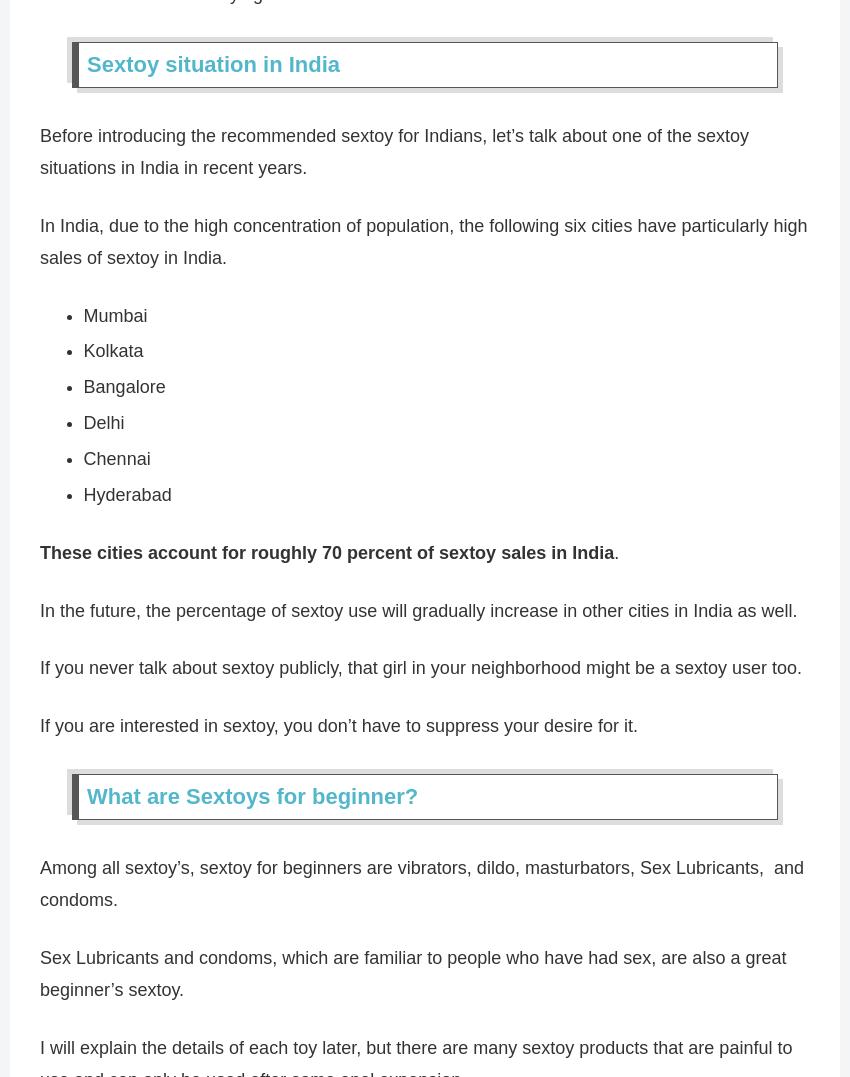 The width and height of the screenshot is (850, 1077). I want to click on 'Bangalore', so click(123, 386).